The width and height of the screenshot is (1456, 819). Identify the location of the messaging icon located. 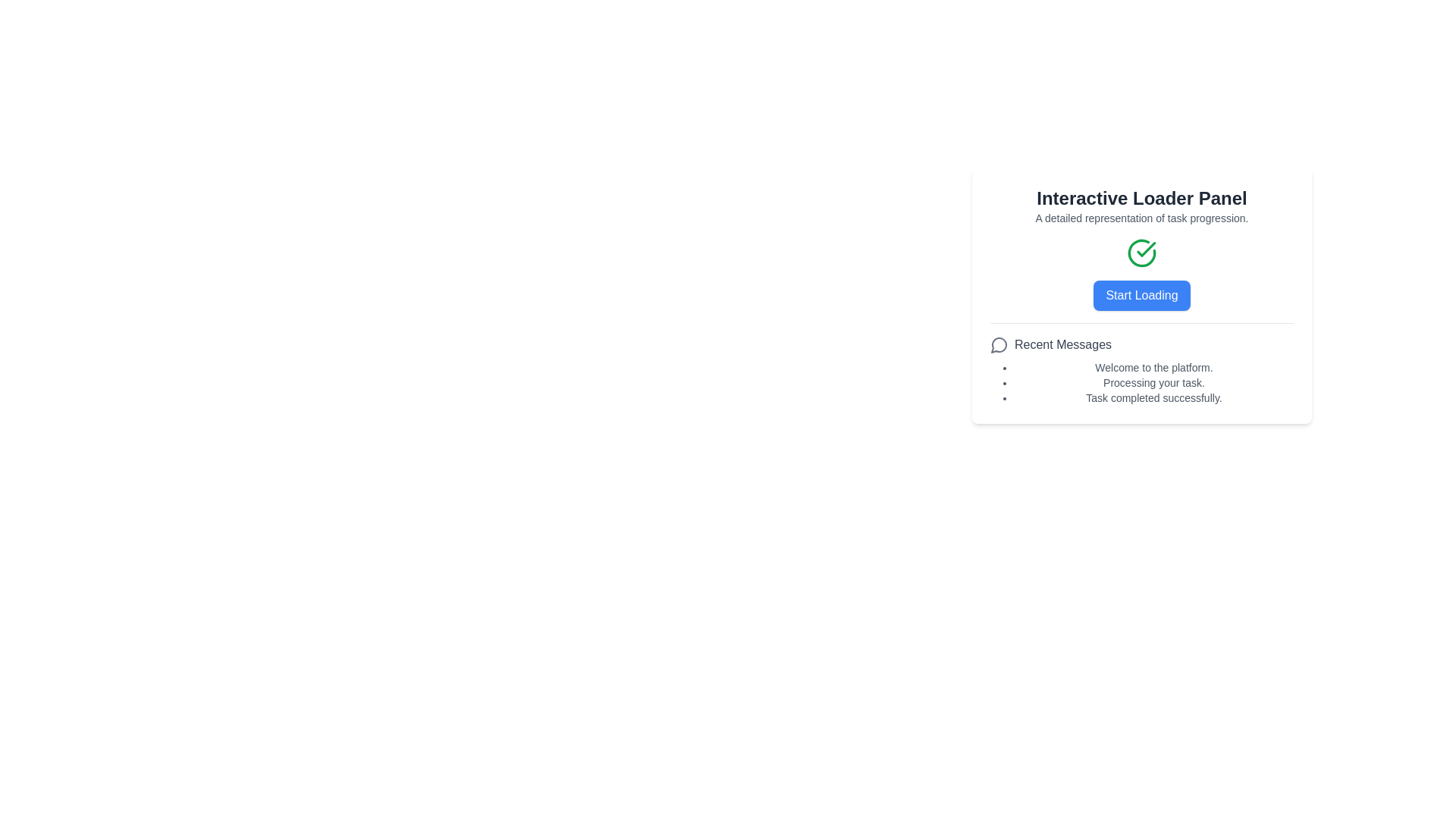
(999, 345).